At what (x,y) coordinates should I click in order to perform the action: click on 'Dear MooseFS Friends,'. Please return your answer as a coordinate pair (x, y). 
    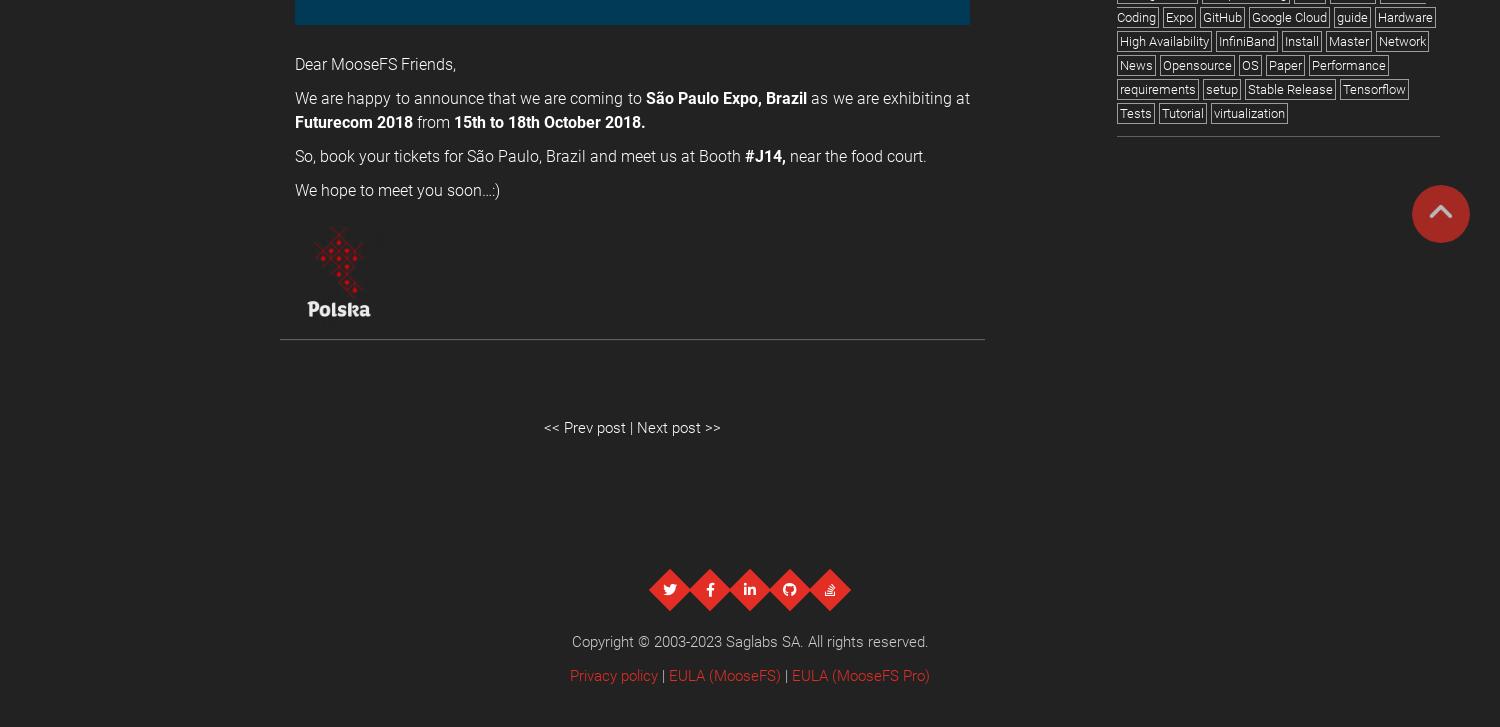
    Looking at the image, I should click on (375, 63).